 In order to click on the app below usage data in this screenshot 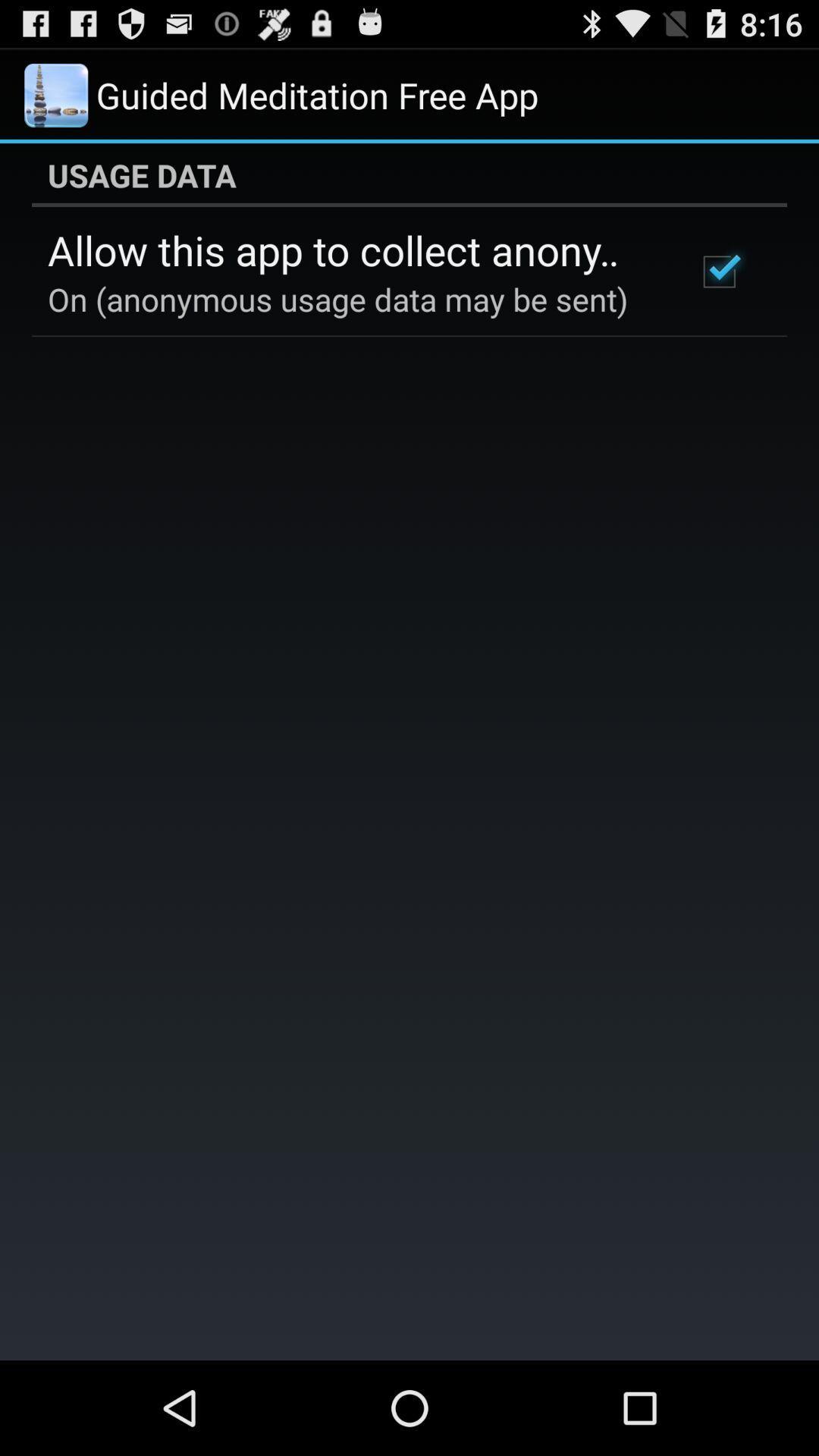, I will do `click(351, 249)`.